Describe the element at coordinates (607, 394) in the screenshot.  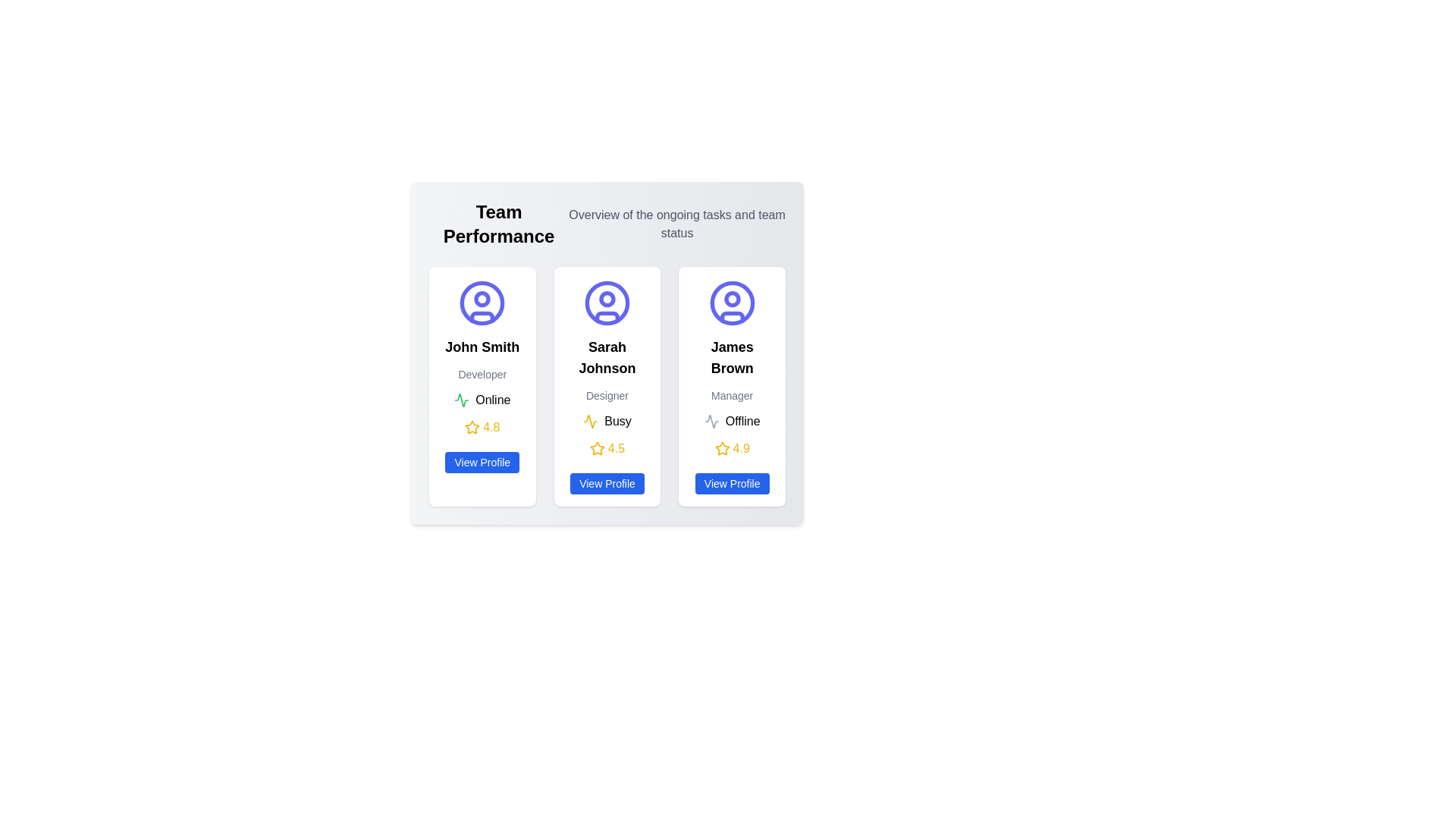
I see `the 'Designer' text label located below the name 'Sarah Johnson' in the profile card` at that location.